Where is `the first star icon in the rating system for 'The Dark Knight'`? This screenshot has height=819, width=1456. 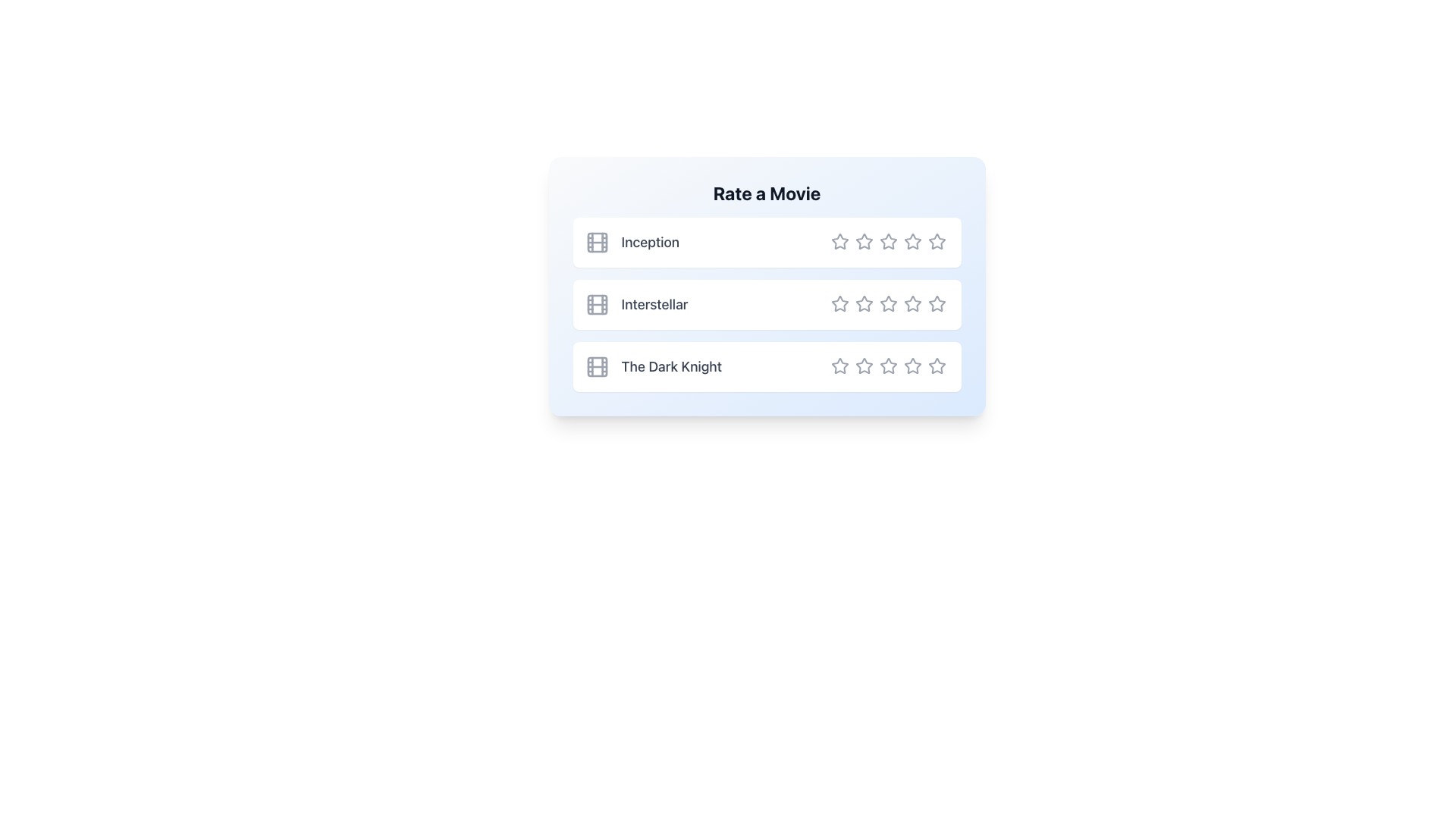 the first star icon in the rating system for 'The Dark Knight' is located at coordinates (839, 366).